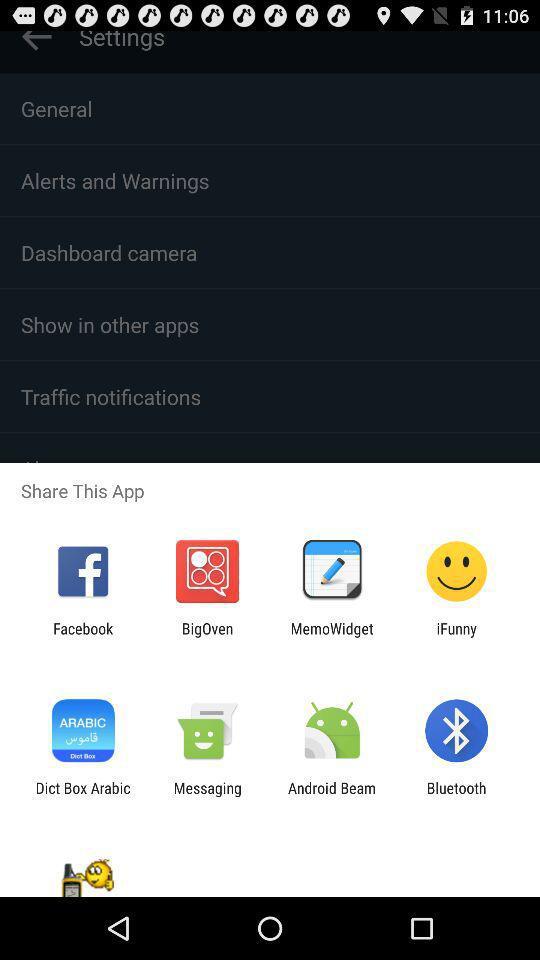 The image size is (540, 960). Describe the element at coordinates (332, 636) in the screenshot. I see `memowidget` at that location.